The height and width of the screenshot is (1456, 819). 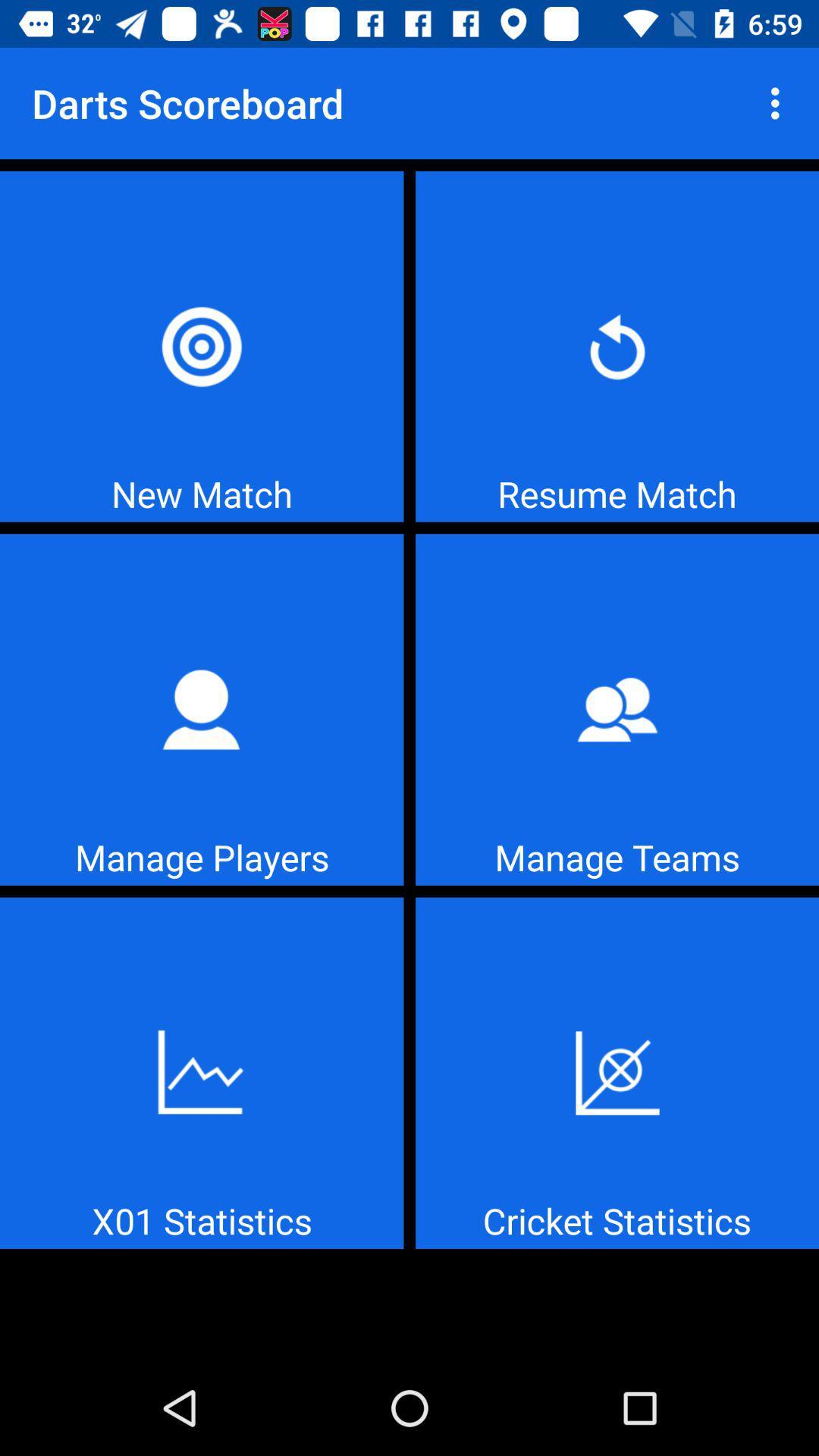 I want to click on resume darts match, so click(x=617, y=346).